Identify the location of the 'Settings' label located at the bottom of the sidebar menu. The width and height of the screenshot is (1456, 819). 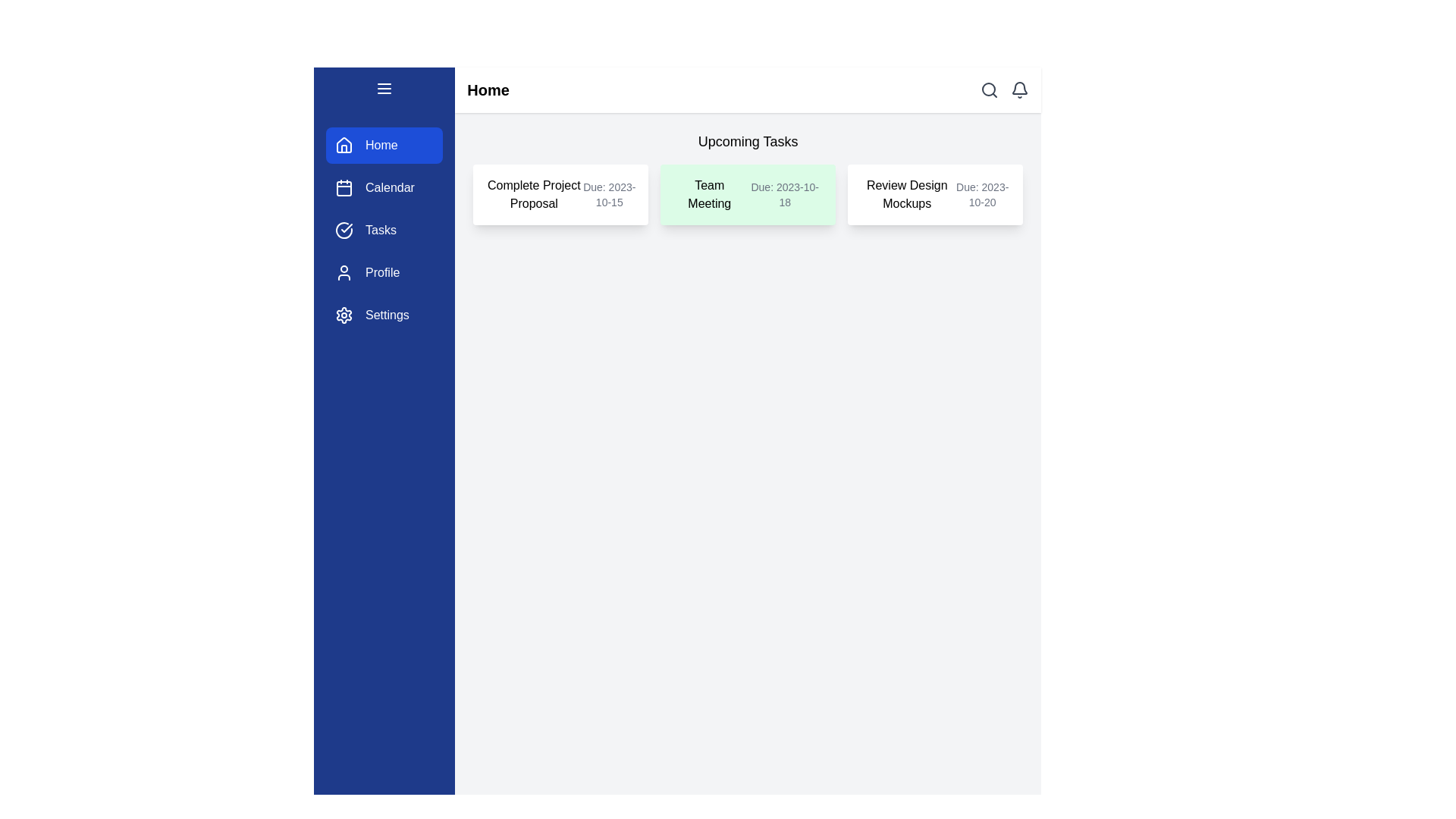
(387, 315).